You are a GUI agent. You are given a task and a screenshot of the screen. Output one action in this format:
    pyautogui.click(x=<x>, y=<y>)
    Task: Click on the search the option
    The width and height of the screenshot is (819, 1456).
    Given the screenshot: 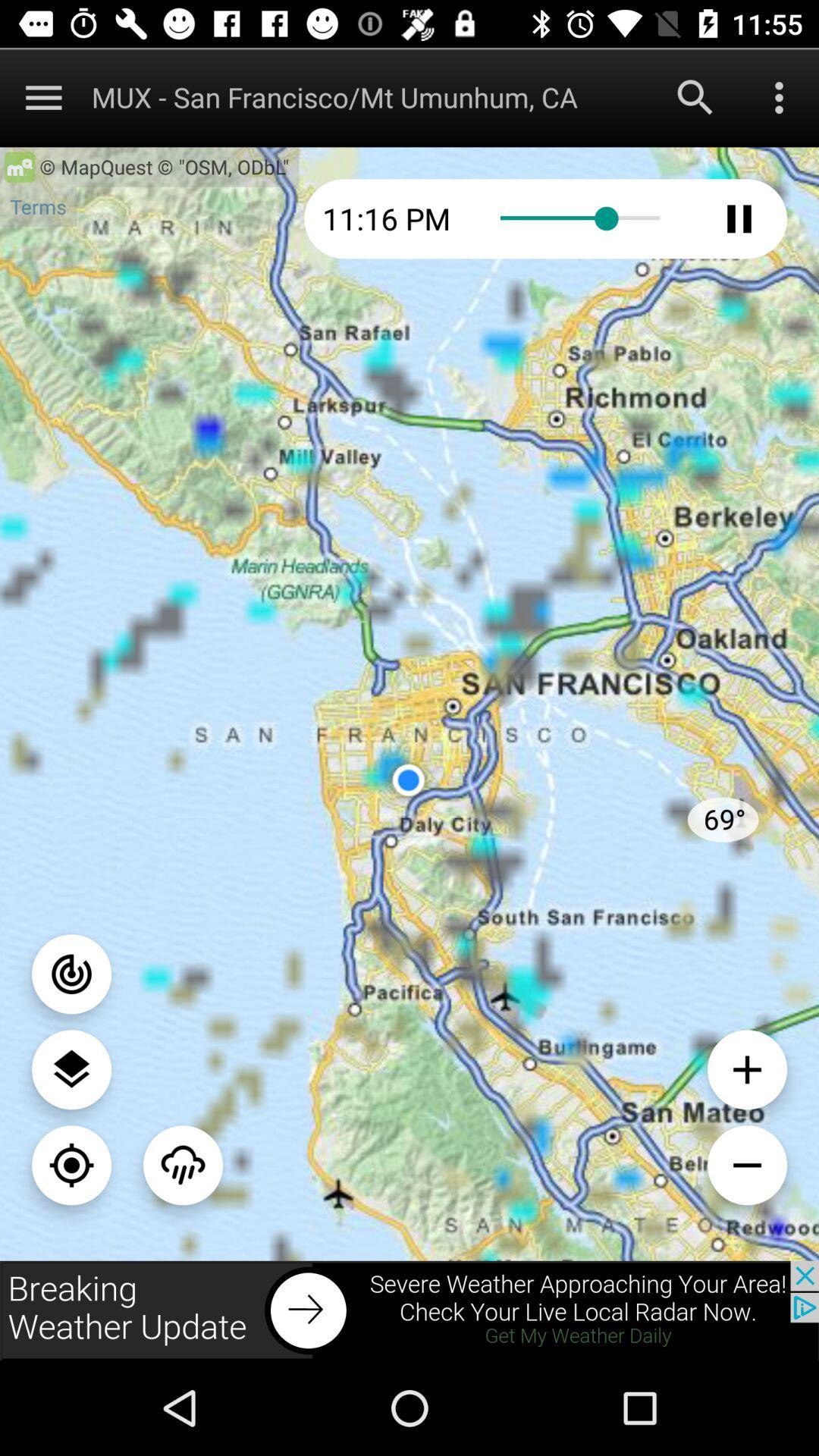 What is the action you would take?
    pyautogui.click(x=695, y=96)
    